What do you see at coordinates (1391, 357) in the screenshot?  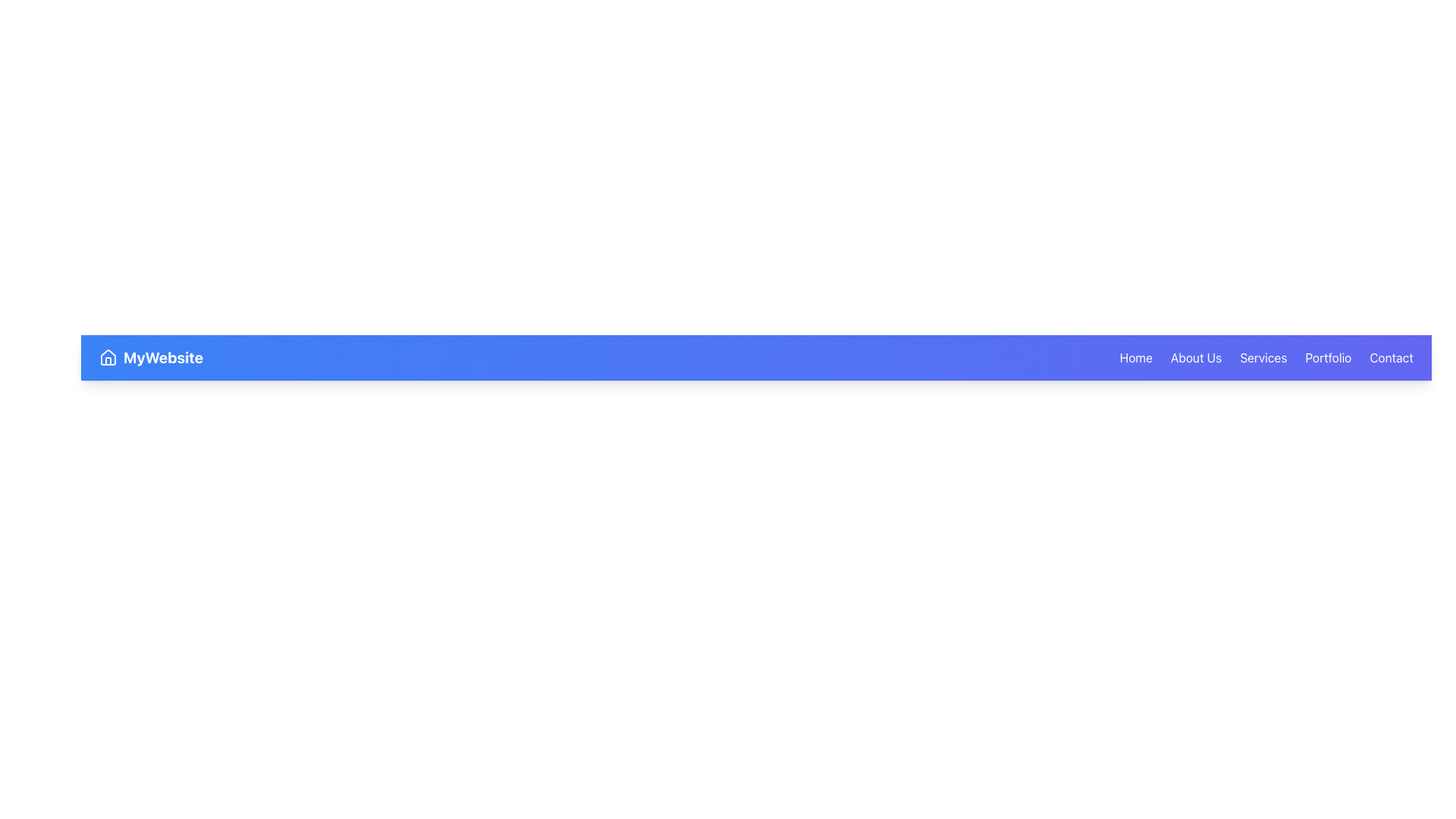 I see `the 'Contact' link in the navigation bar` at bounding box center [1391, 357].